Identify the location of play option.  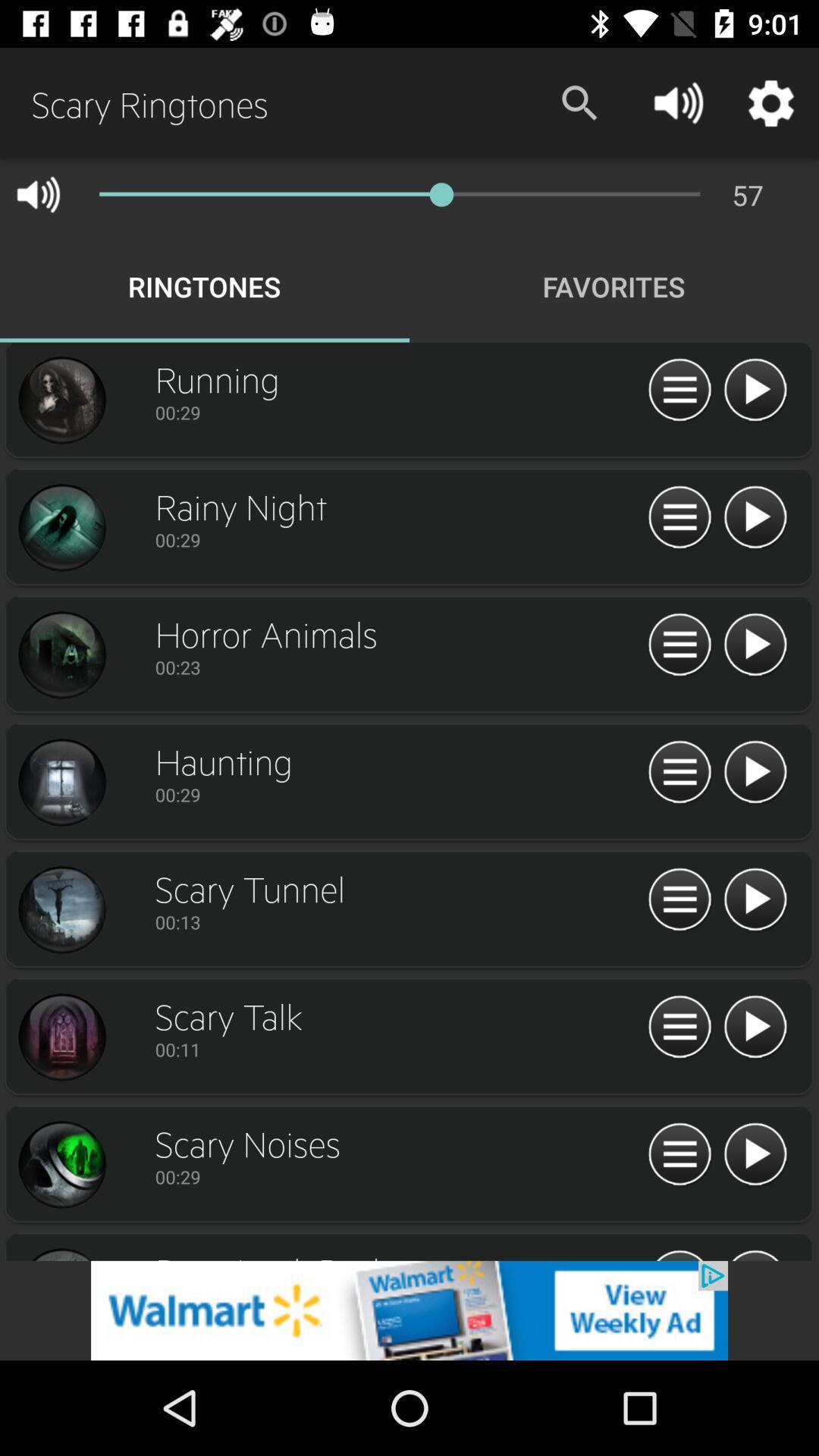
(755, 1154).